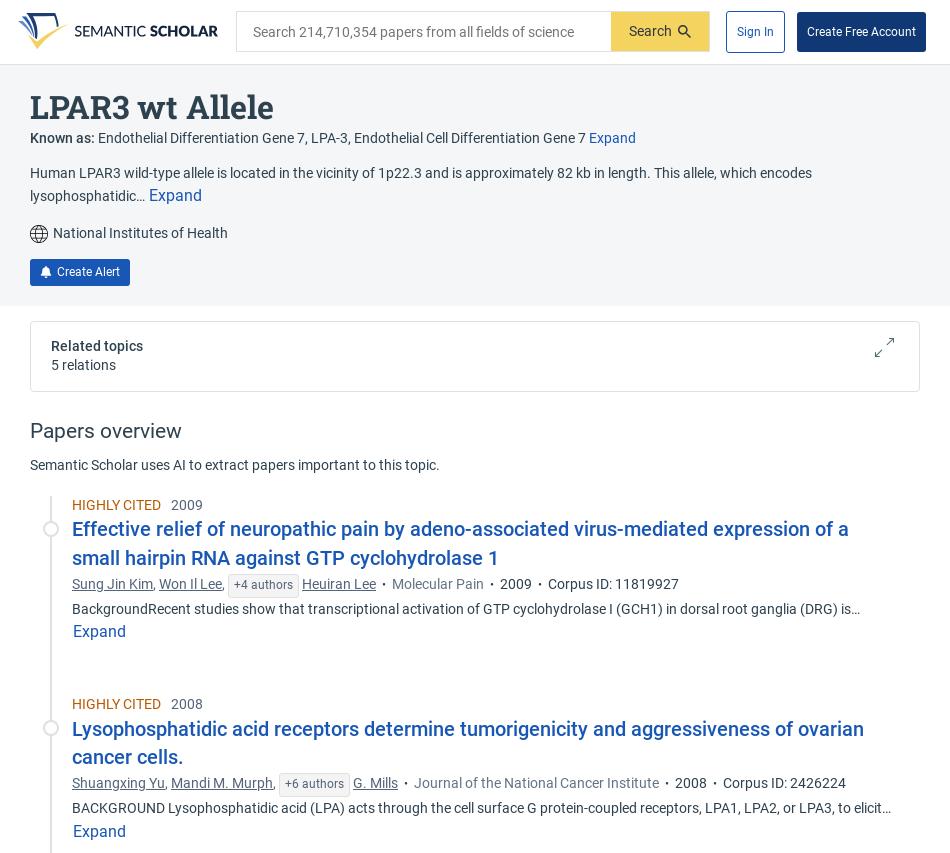  I want to click on '+6 authors', so click(313, 783).